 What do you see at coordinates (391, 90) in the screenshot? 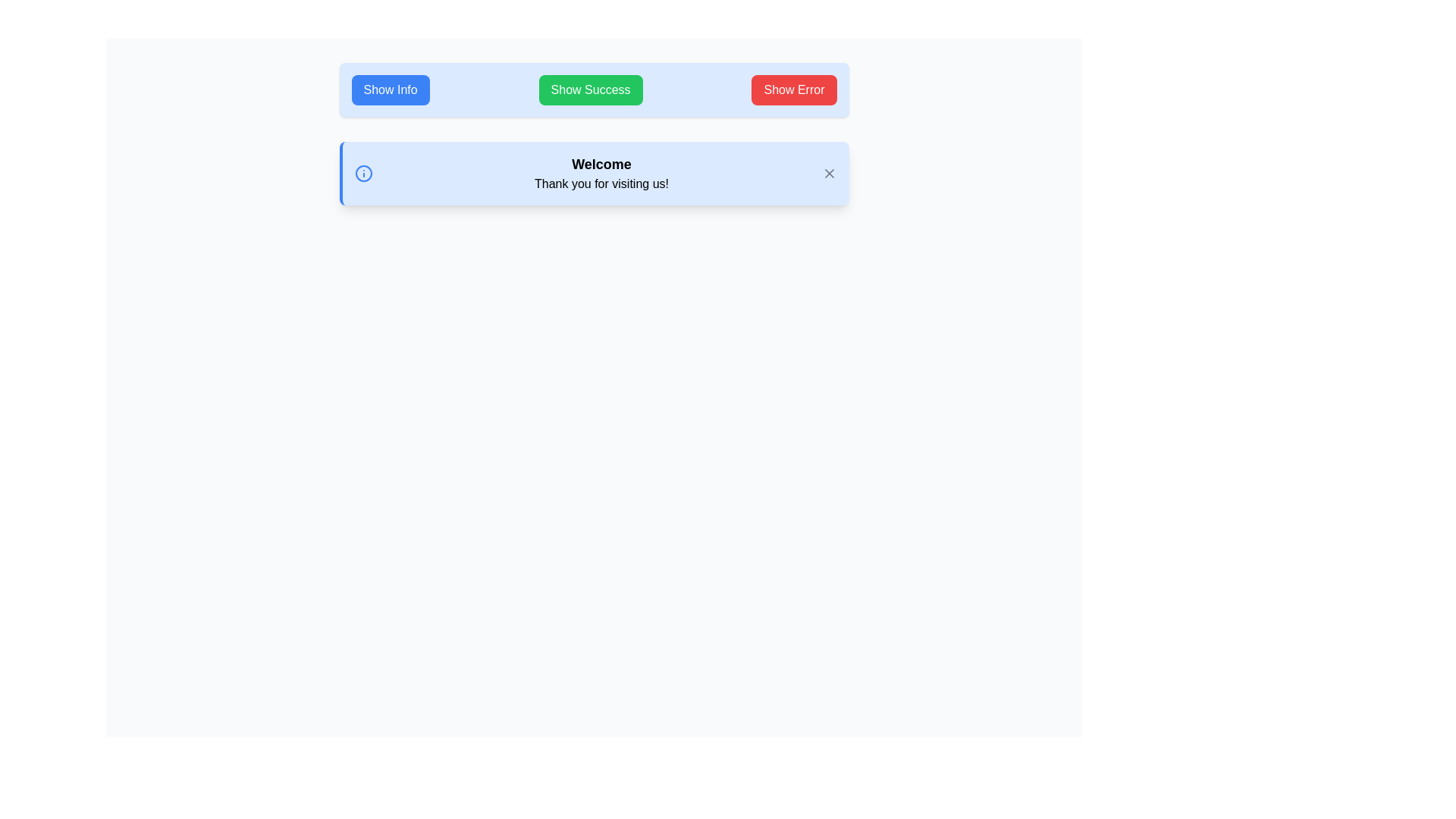
I see `the first button in the horizontal row, which triggers the display of informational content when clicked` at bounding box center [391, 90].